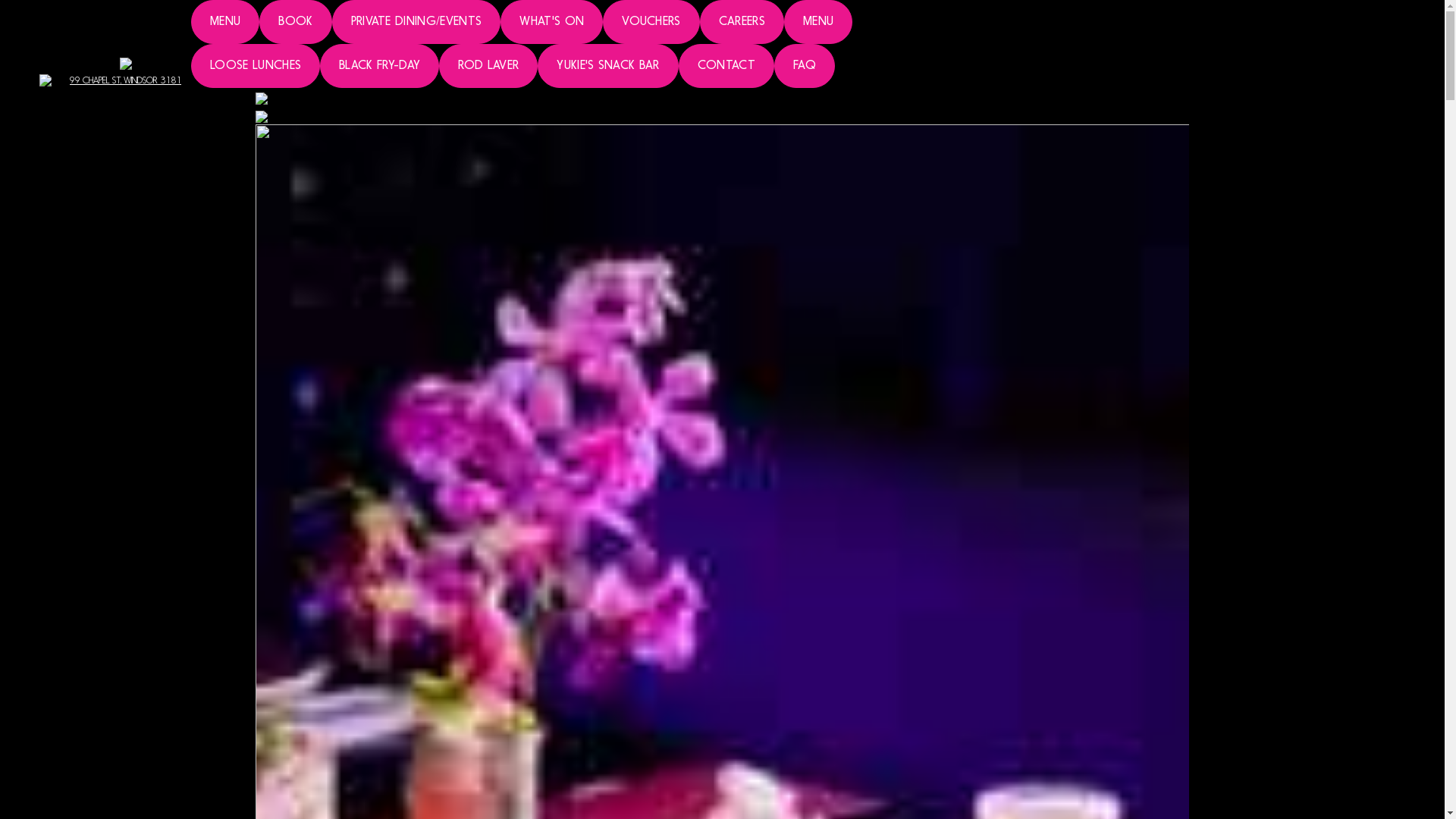 This screenshot has height=819, width=1456. Describe the element at coordinates (774, 65) in the screenshot. I see `'FAQ'` at that location.